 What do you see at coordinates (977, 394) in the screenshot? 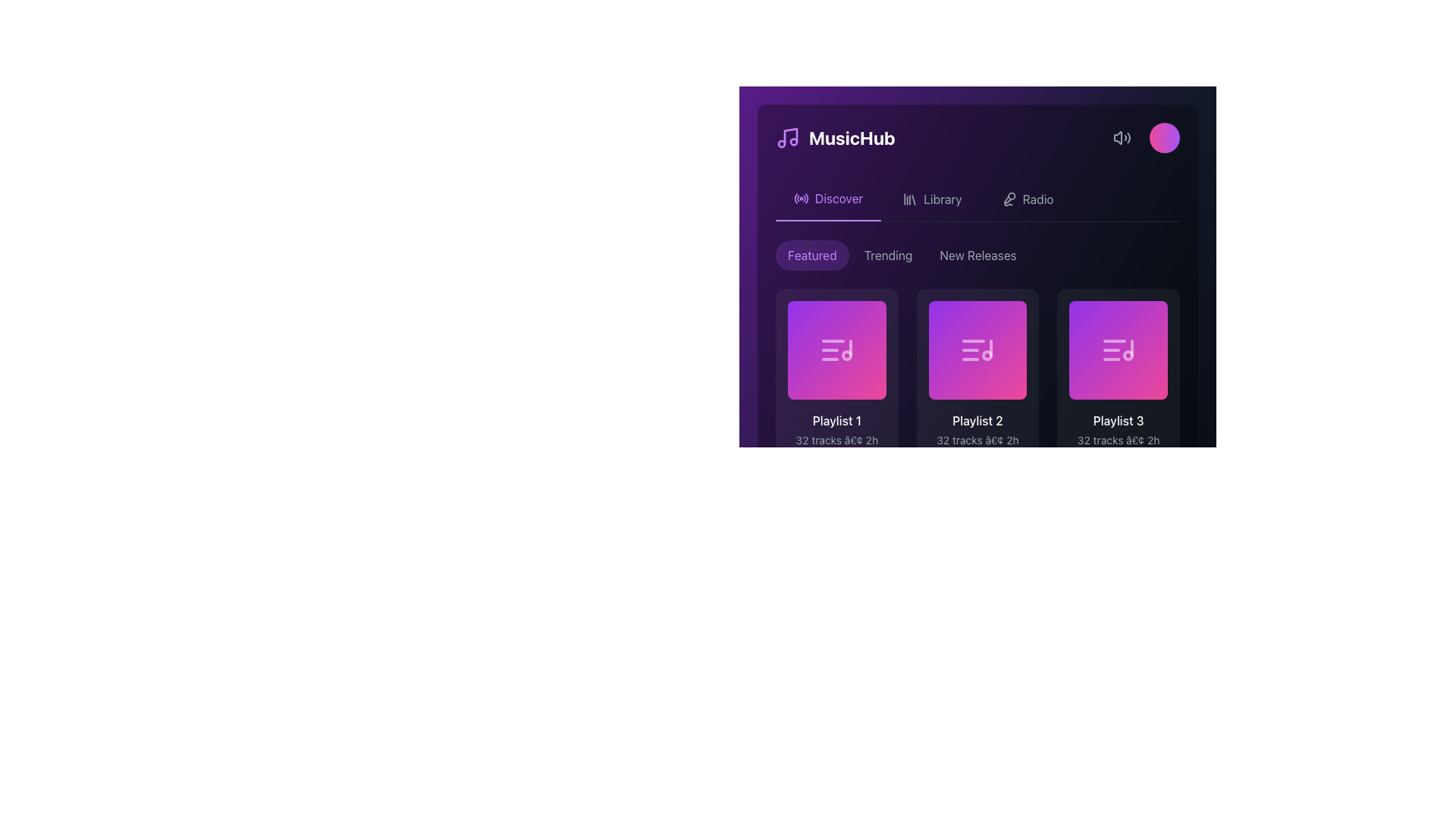
I see `the second playlist card in the grid layout` at bounding box center [977, 394].